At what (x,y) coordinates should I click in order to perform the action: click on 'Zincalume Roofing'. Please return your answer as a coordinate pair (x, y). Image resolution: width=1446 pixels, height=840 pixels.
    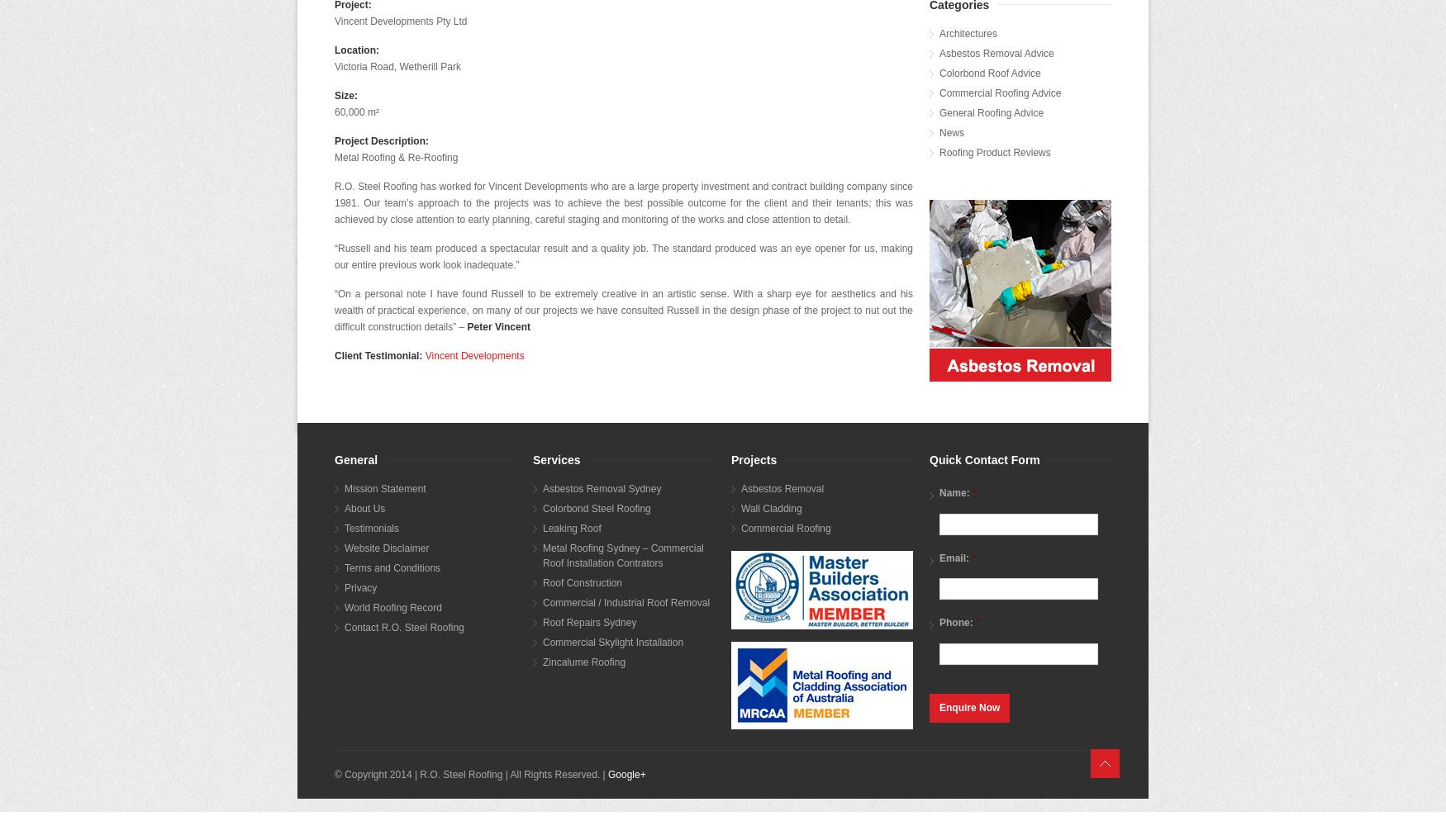
    Looking at the image, I should click on (584, 660).